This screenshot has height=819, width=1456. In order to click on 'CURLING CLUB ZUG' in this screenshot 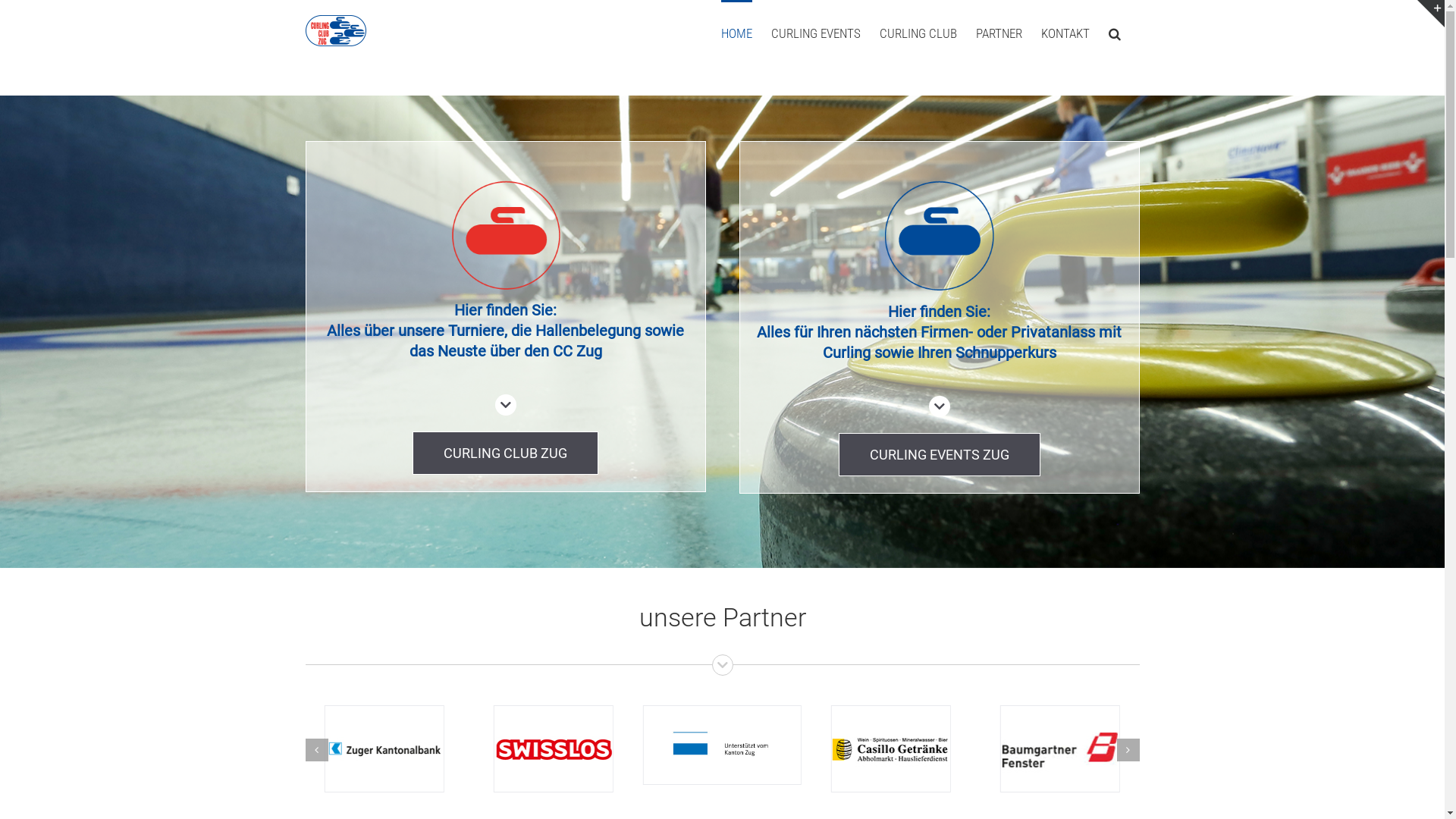, I will do `click(505, 452)`.